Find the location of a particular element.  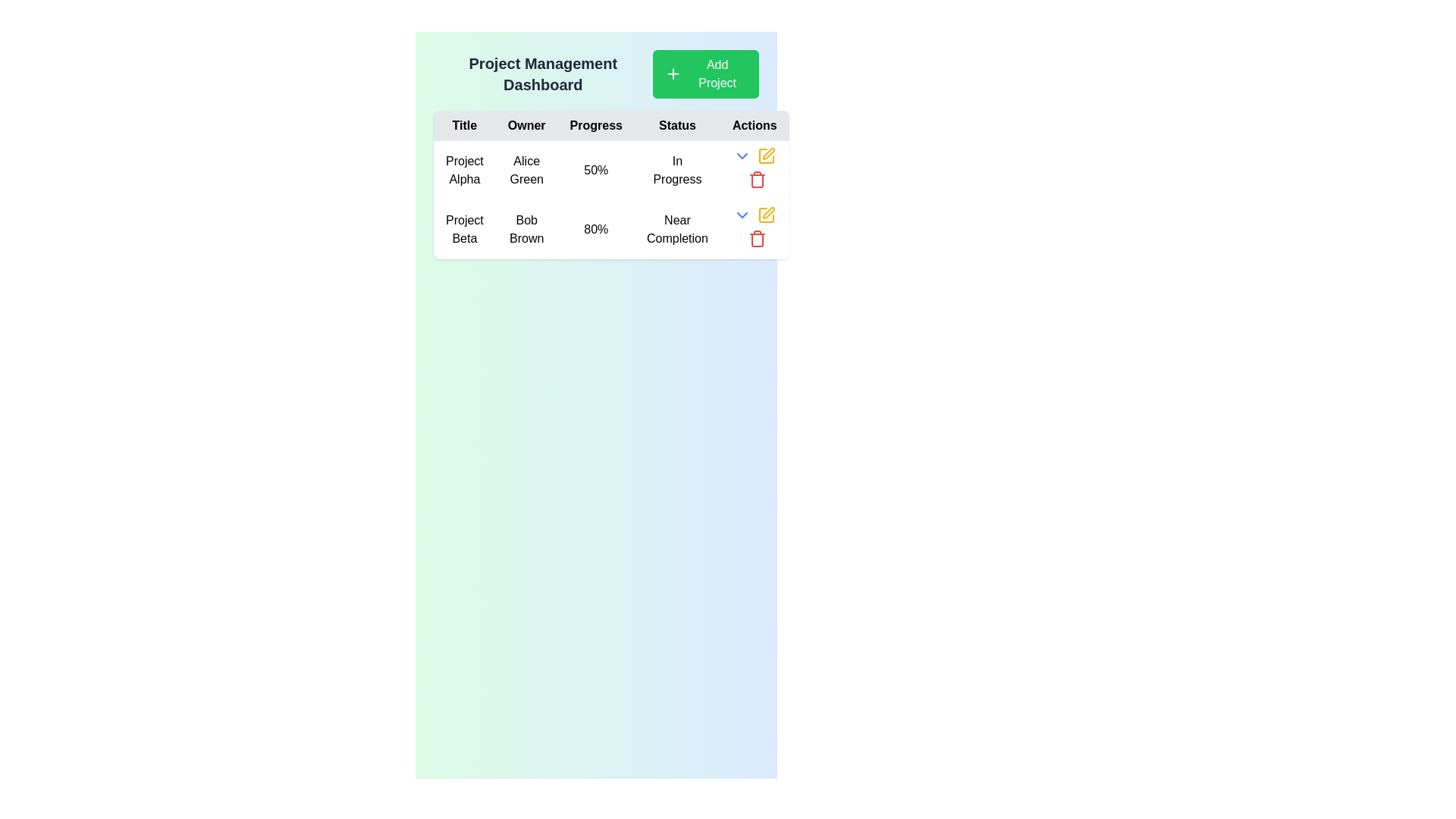

the static text label that displays 'In Progress' in the 'Status' column for 'Project Alpha' in the table is located at coordinates (676, 170).